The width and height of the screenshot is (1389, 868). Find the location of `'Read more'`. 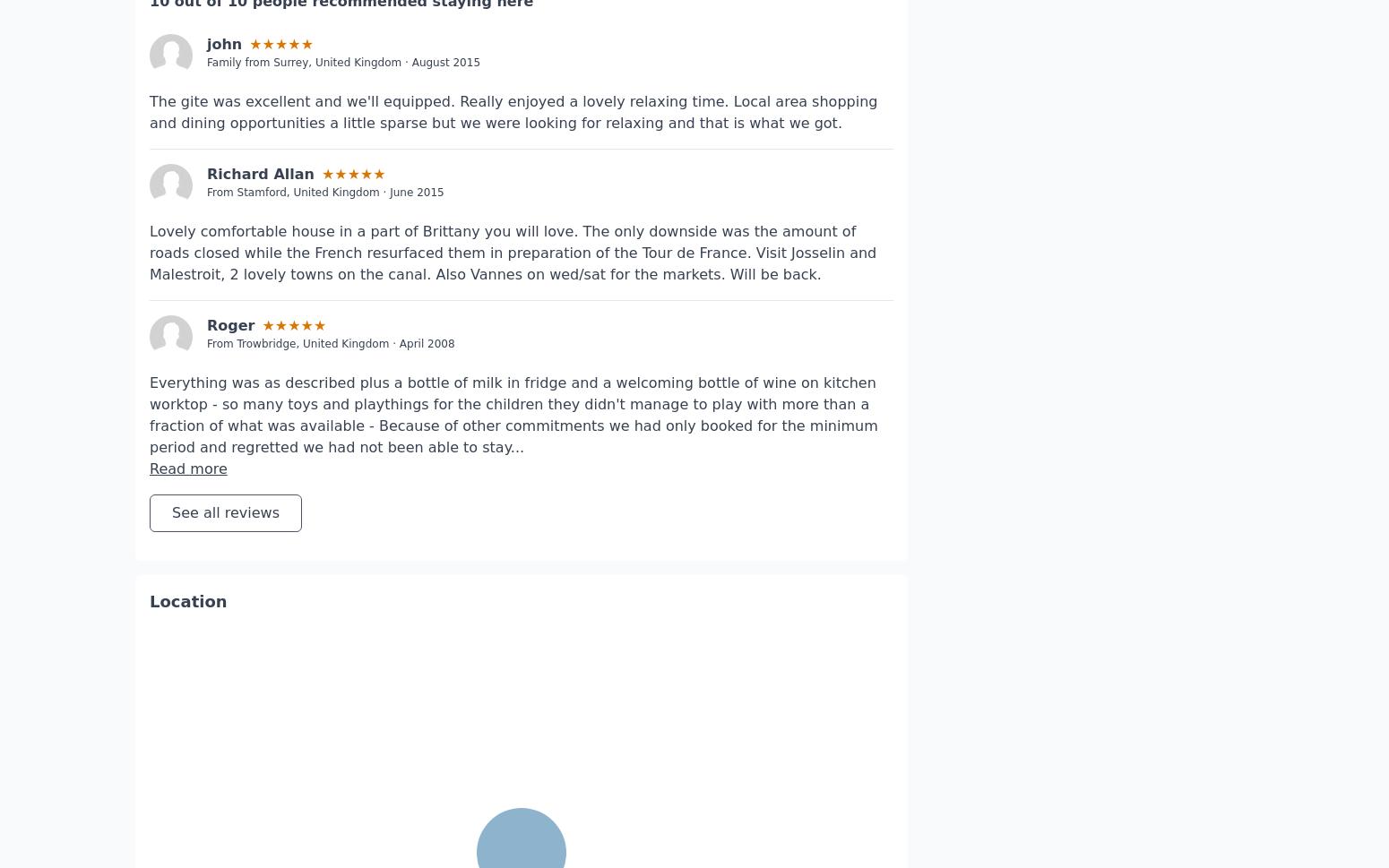

'Read more' is located at coordinates (148, 415).